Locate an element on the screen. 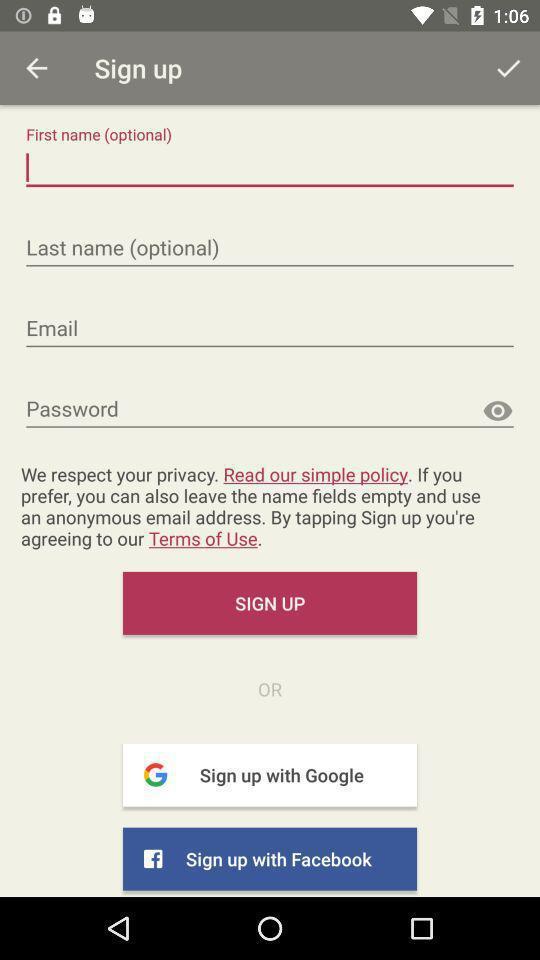 The width and height of the screenshot is (540, 960). the eye image option to the right of the text password is located at coordinates (496, 410).